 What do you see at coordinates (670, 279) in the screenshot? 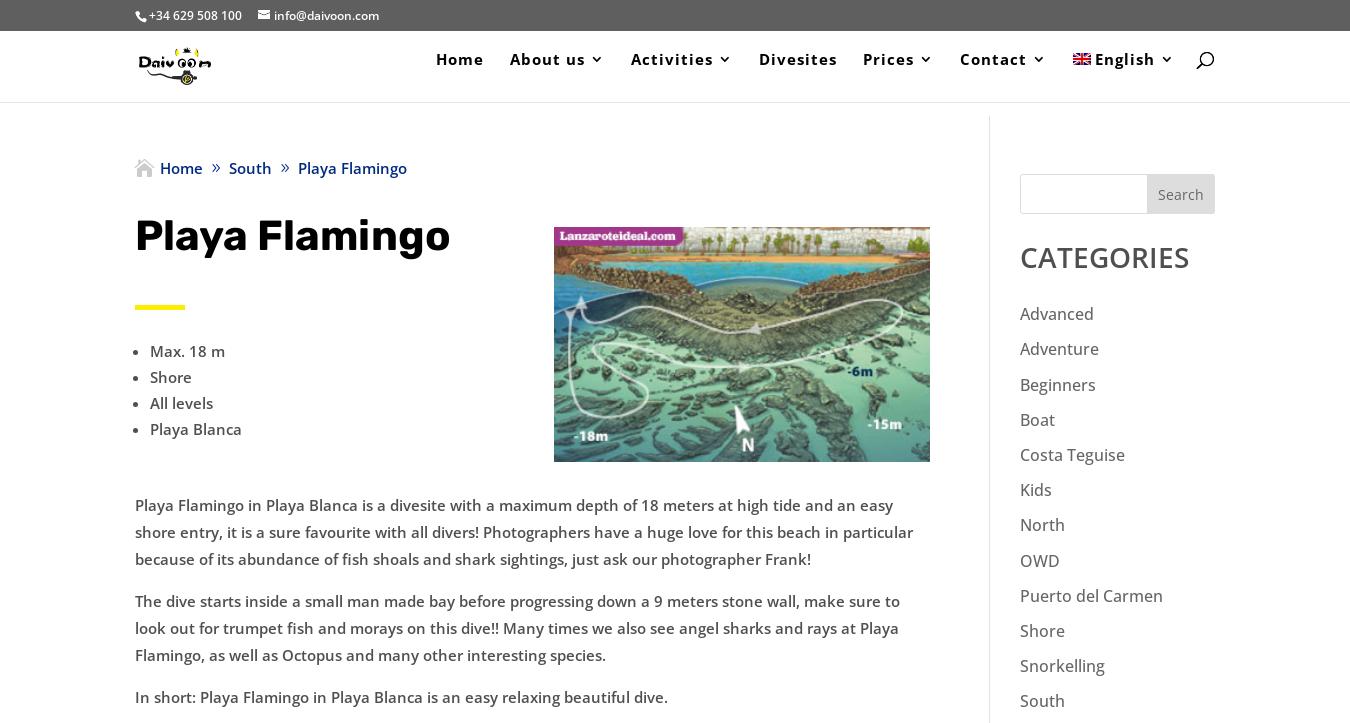
I see `'Guided dives'` at bounding box center [670, 279].